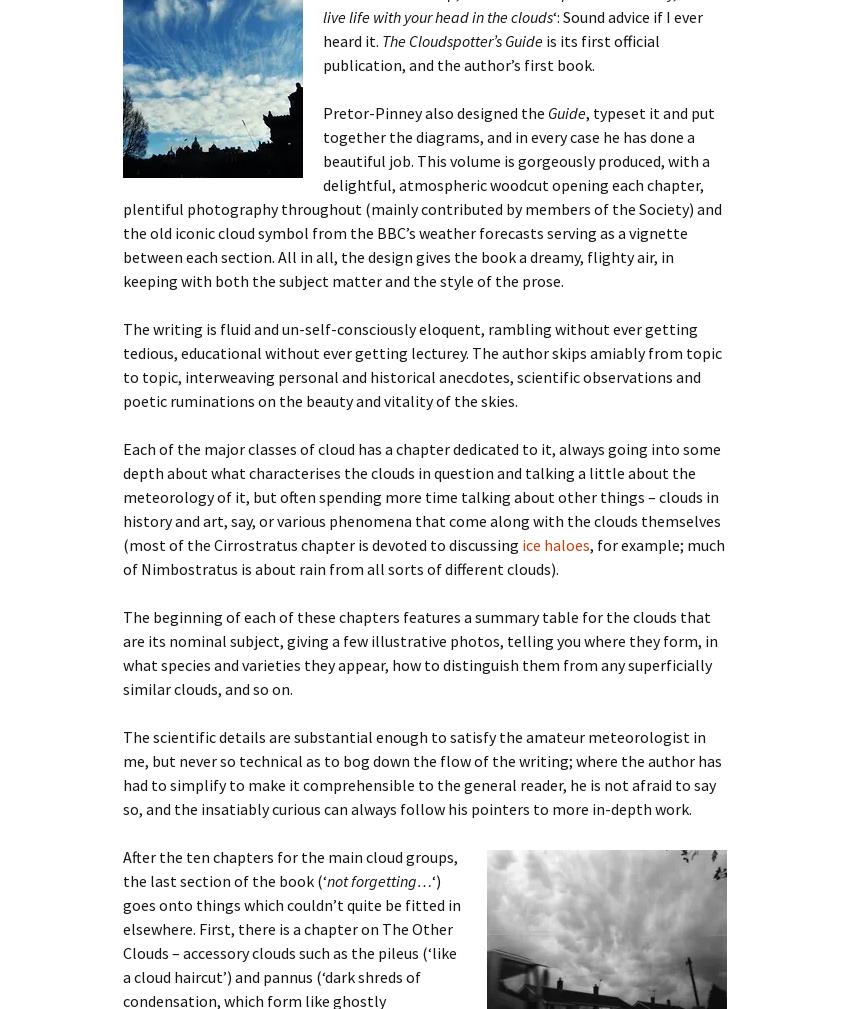  Describe the element at coordinates (511, 27) in the screenshot. I see `'‘: Sound advice if I ever heard it.'` at that location.